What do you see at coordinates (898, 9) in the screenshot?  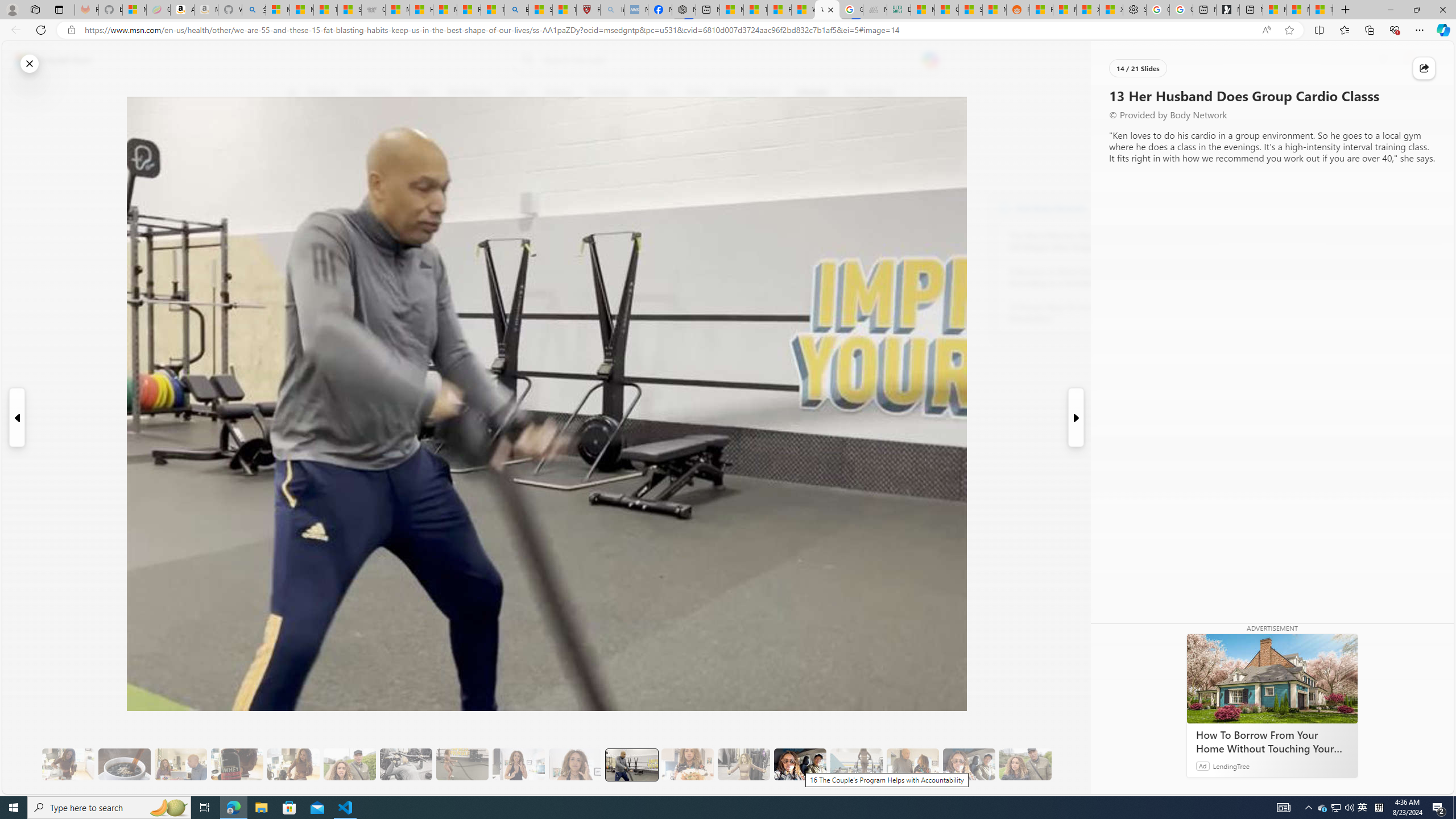 I see `'DITOGAMES AG Imprint'` at bounding box center [898, 9].